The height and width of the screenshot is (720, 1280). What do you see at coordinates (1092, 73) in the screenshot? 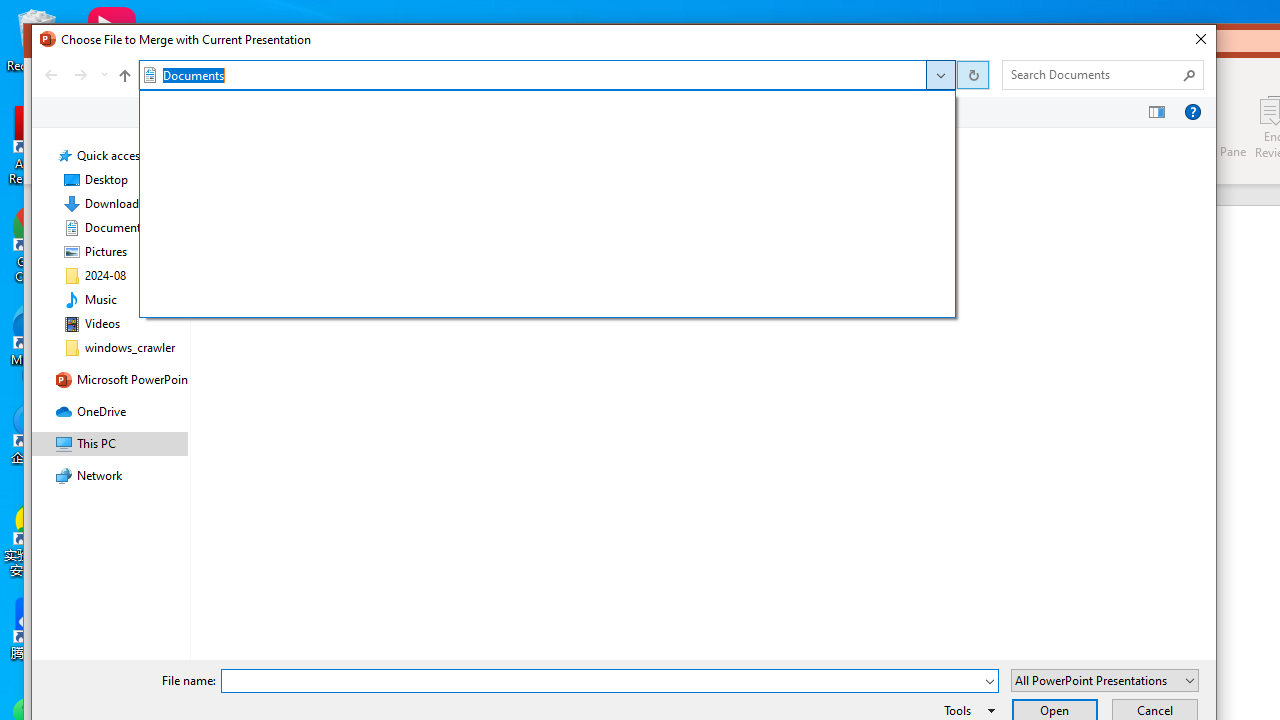
I see `'Search Box'` at bounding box center [1092, 73].